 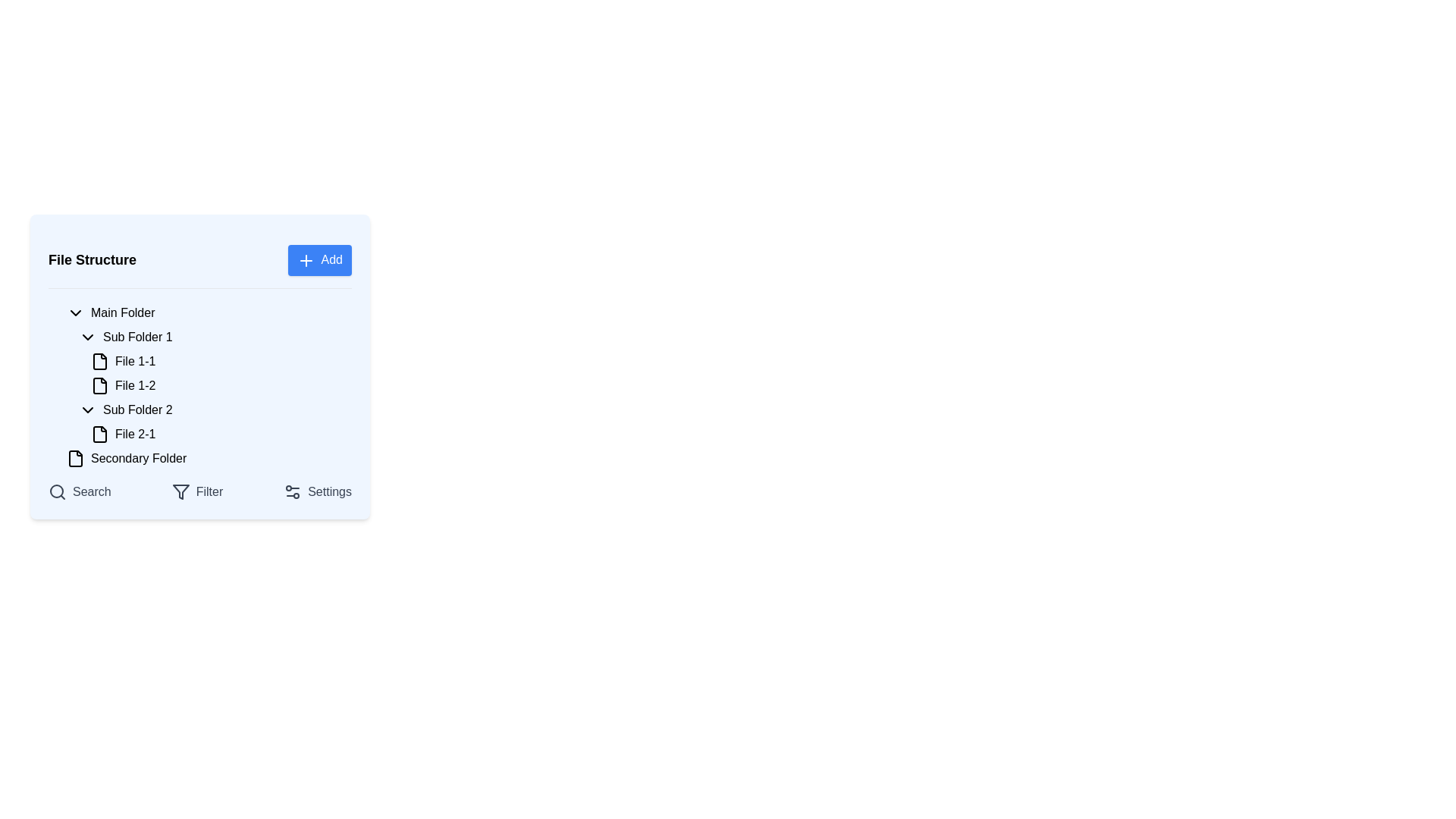 What do you see at coordinates (218, 384) in the screenshot?
I see `to select or open the file labeled 'File 1-2' in the hierarchical tree structure under 'Sub Folder 1'` at bounding box center [218, 384].